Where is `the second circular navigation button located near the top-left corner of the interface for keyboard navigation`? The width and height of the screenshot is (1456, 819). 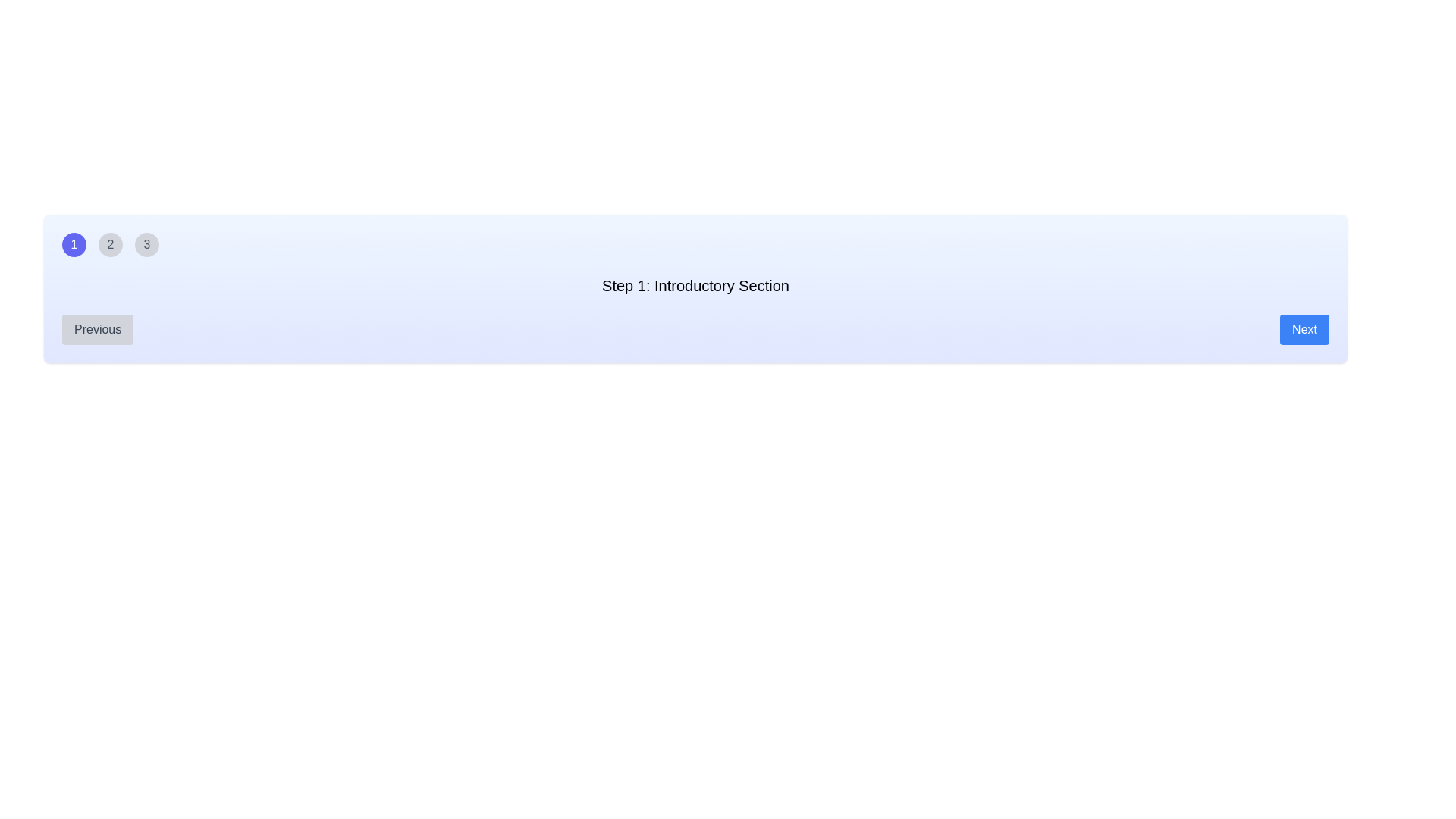
the second circular navigation button located near the top-left corner of the interface for keyboard navigation is located at coordinates (109, 244).